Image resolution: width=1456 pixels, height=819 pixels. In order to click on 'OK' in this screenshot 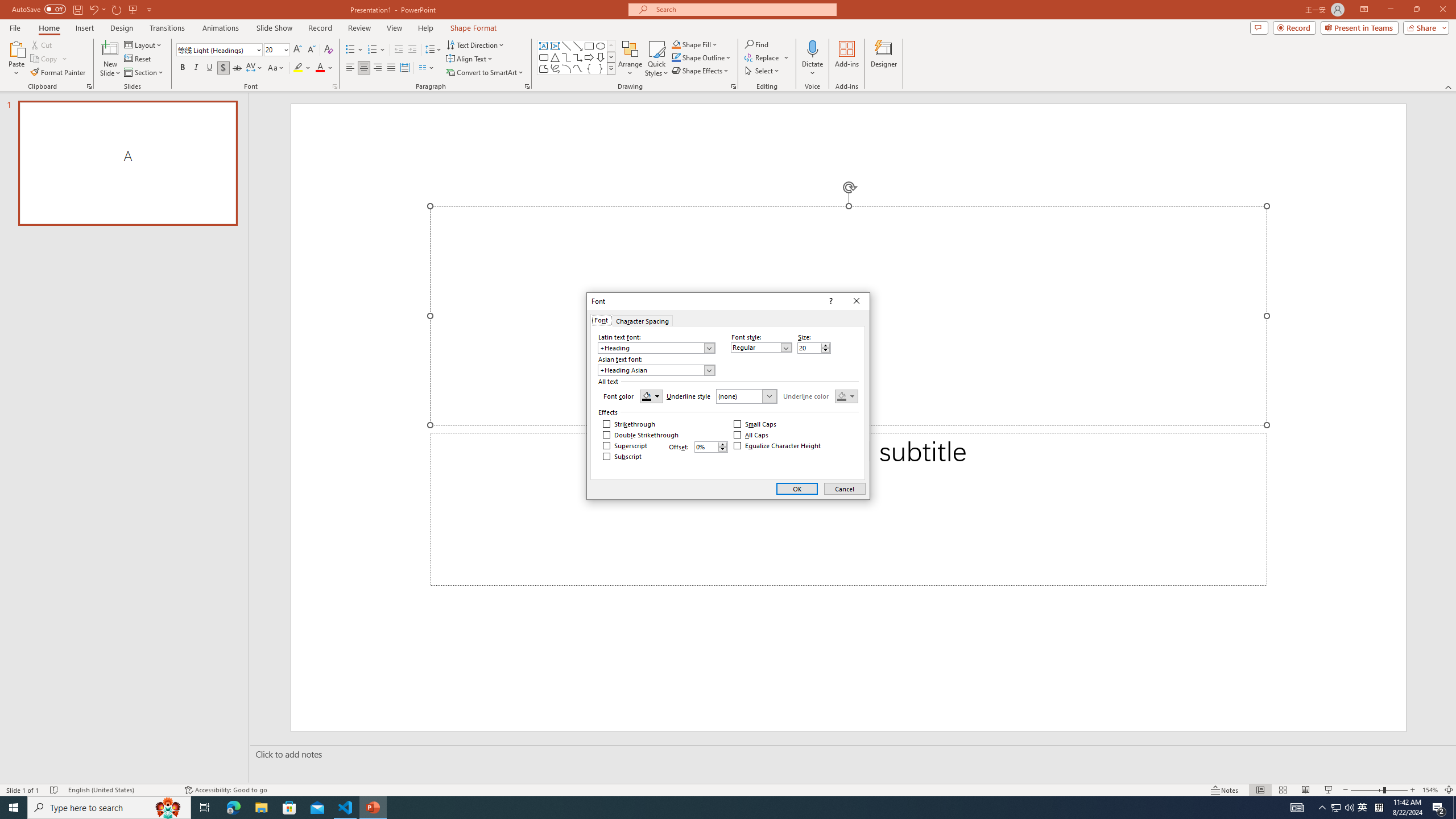, I will do `click(797, 488)`.